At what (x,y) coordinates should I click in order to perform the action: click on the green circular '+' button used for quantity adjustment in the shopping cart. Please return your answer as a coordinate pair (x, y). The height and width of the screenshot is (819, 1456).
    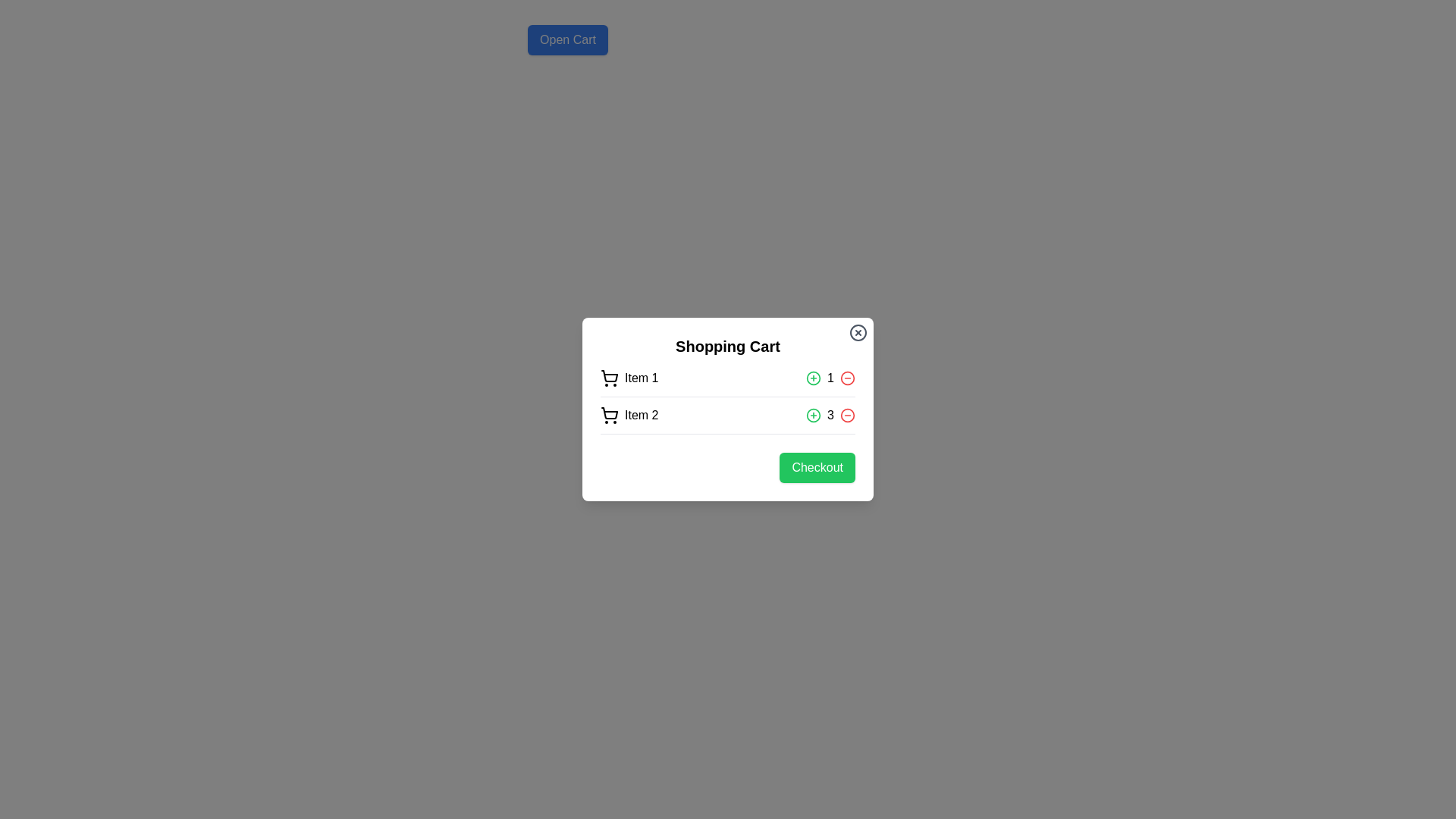
    Looking at the image, I should click on (813, 377).